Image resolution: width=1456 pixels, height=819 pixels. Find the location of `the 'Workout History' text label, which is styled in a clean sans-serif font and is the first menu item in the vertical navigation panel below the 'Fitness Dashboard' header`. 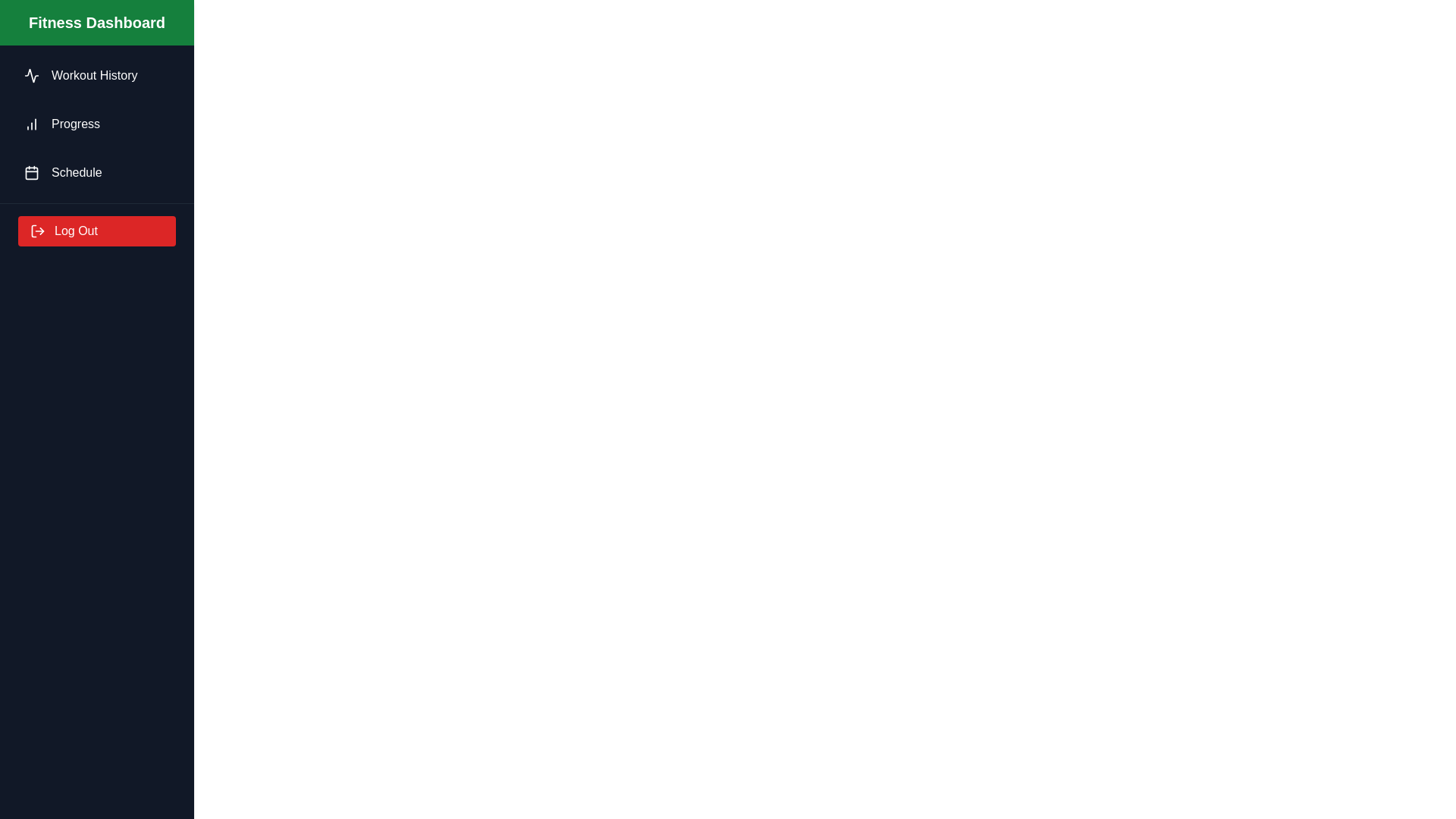

the 'Workout History' text label, which is styled in a clean sans-serif font and is the first menu item in the vertical navigation panel below the 'Fitness Dashboard' header is located at coordinates (93, 76).